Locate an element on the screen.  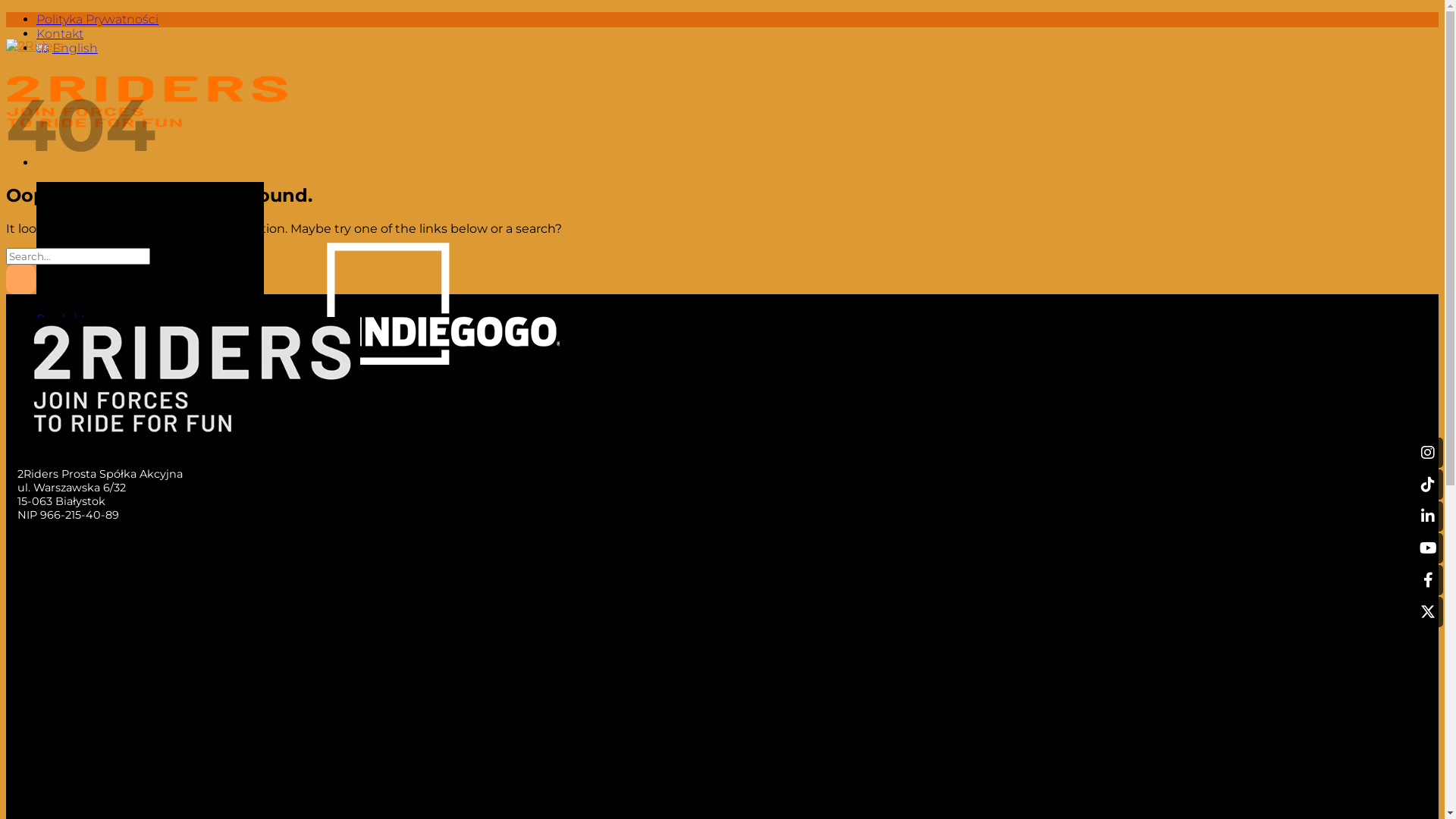
'English' is located at coordinates (66, 47).